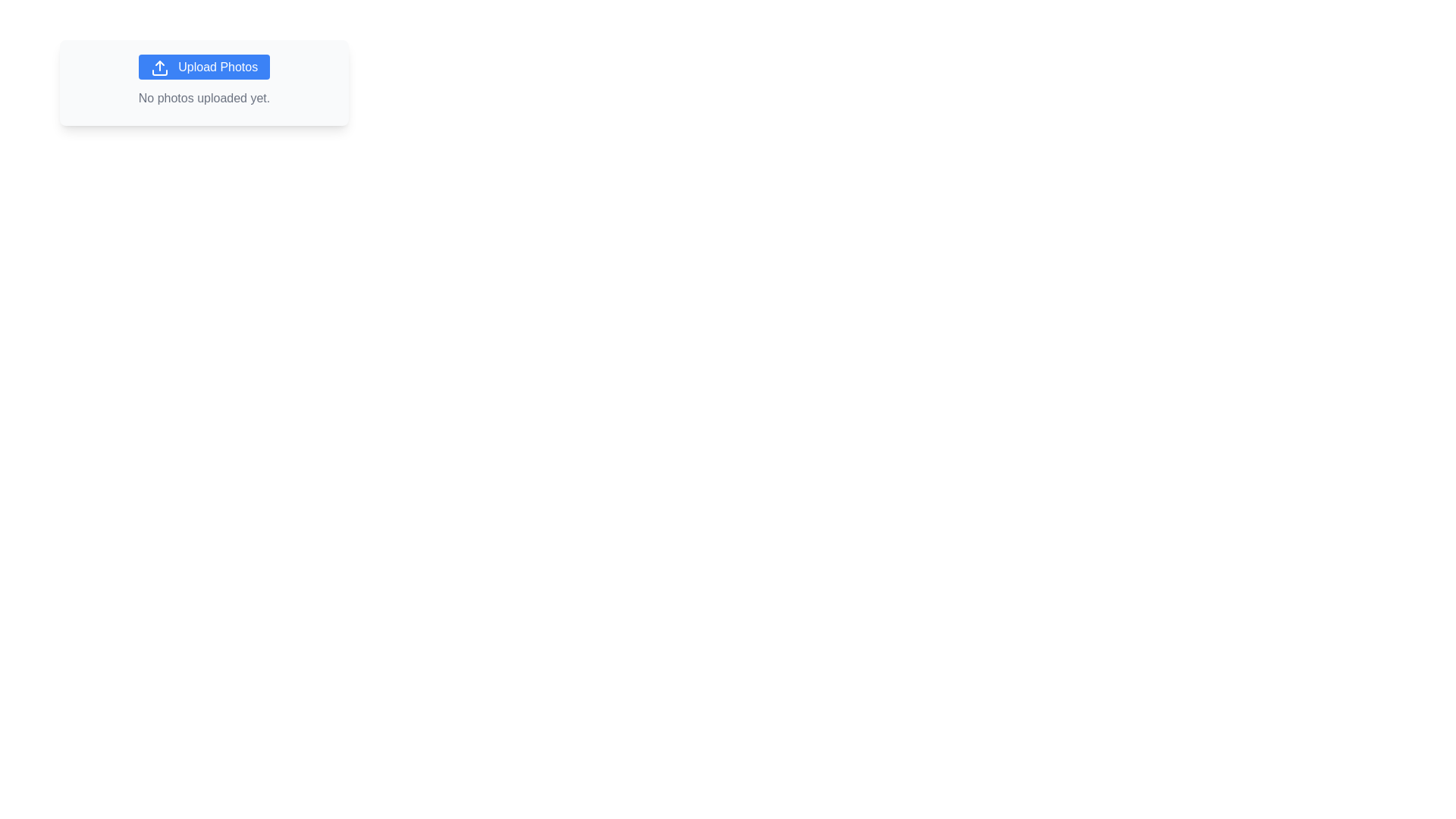  Describe the element at coordinates (203, 66) in the screenshot. I see `the button that initiates photo uploads, located centrally above the text 'No photos uploaded yet.'` at that location.